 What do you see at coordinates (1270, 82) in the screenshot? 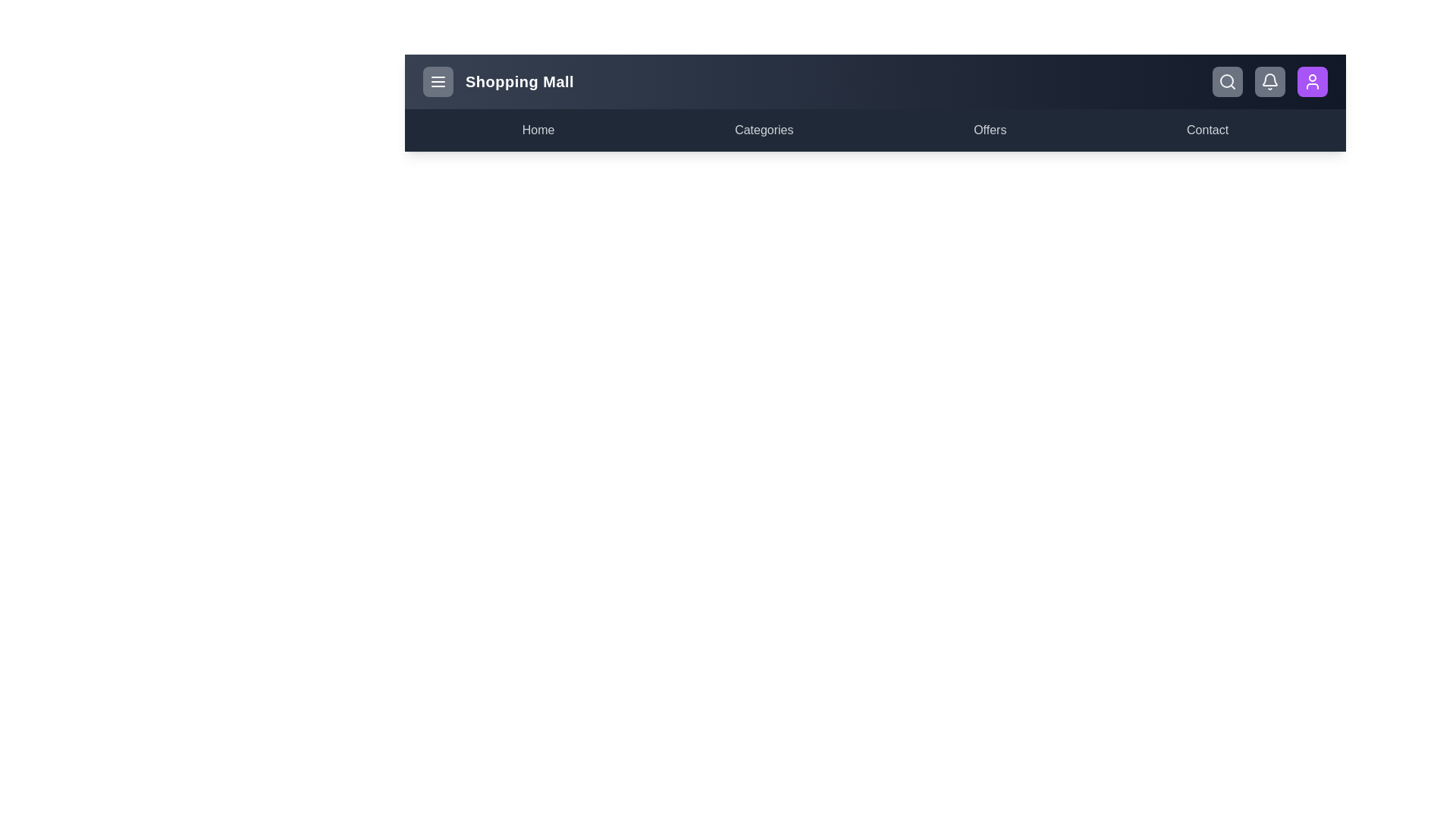
I see `the notifications button` at bounding box center [1270, 82].